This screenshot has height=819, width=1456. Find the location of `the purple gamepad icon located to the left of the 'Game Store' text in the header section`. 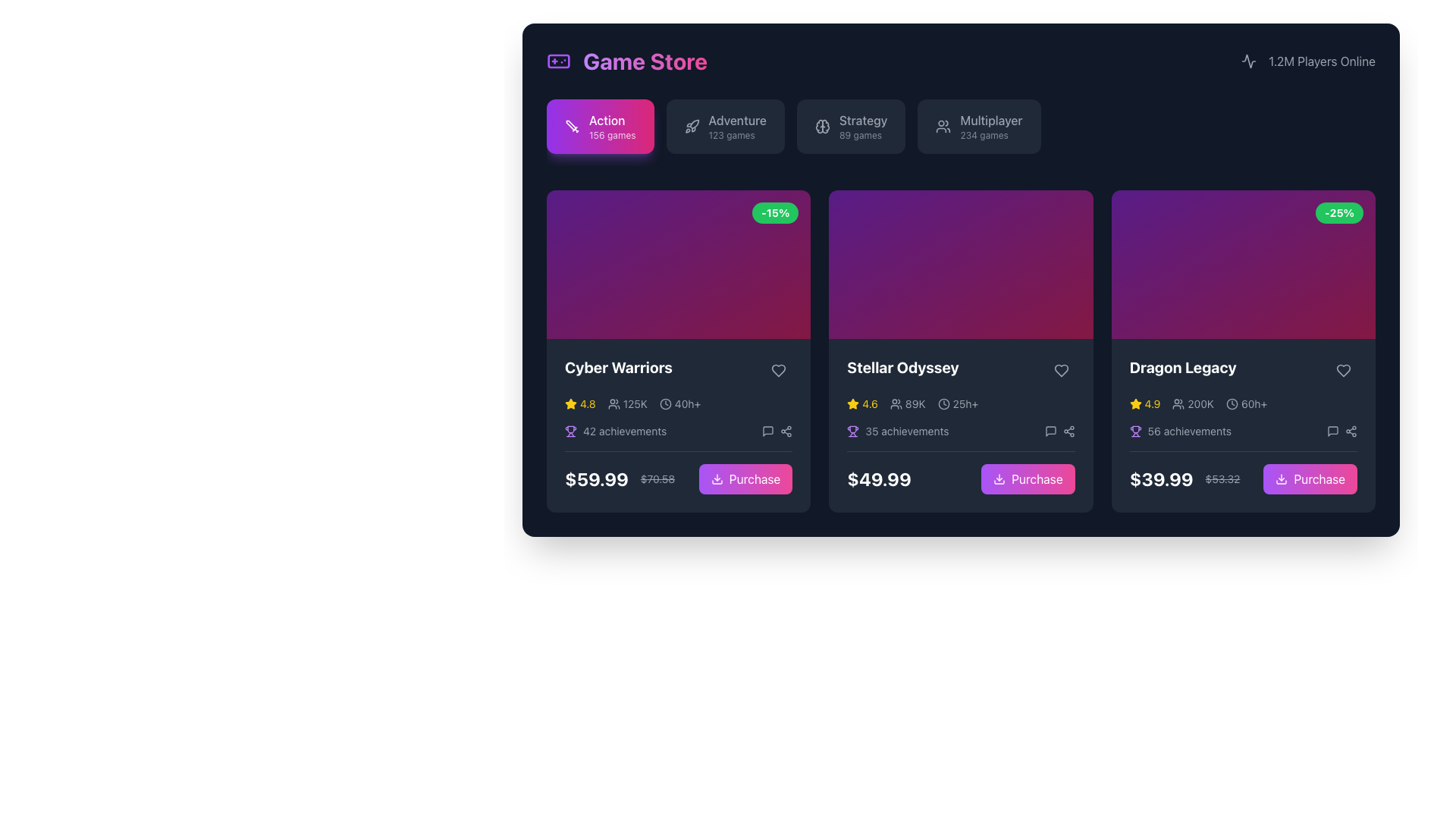

the purple gamepad icon located to the left of the 'Game Store' text in the header section is located at coordinates (558, 61).